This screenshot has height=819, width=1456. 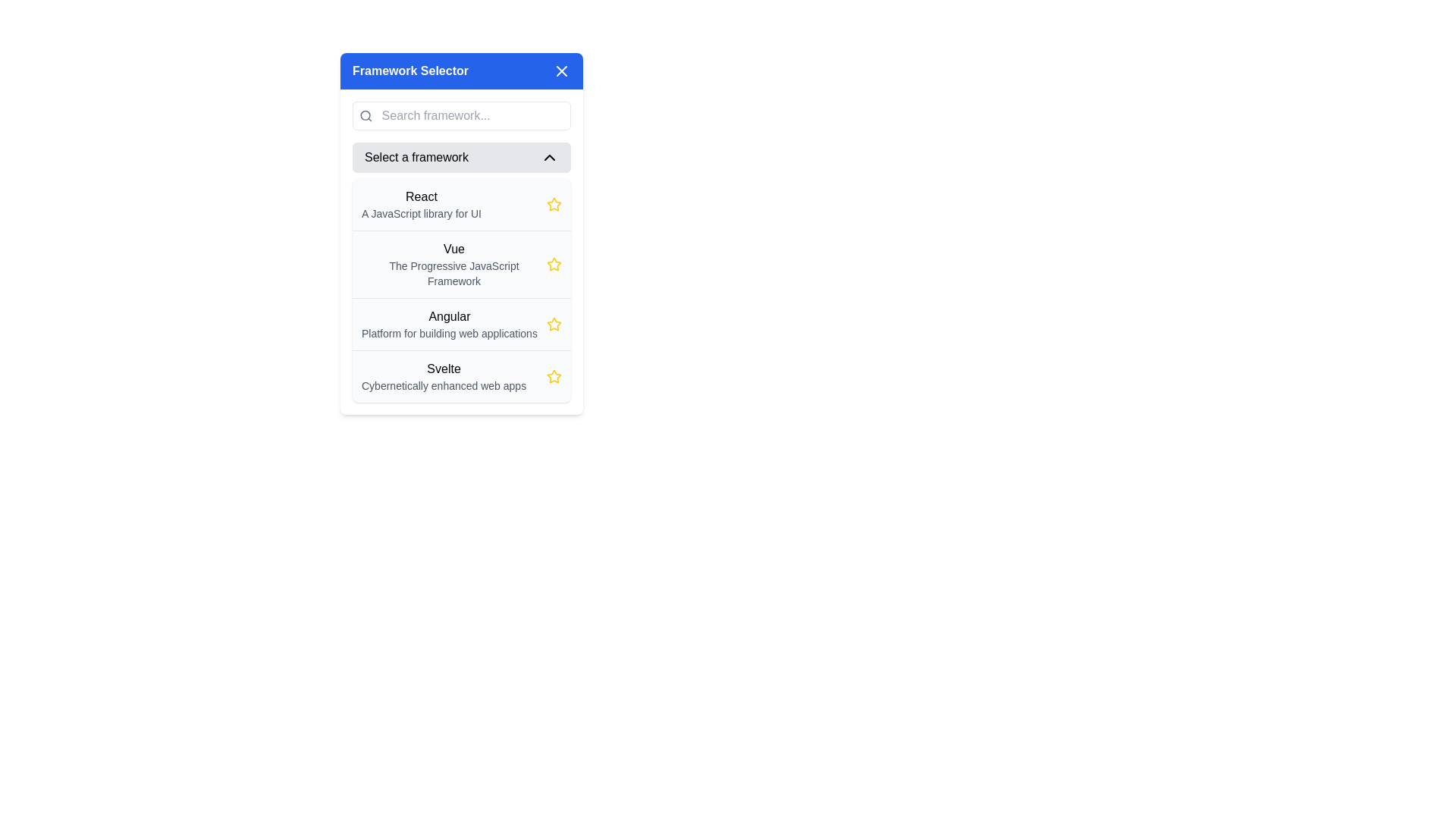 I want to click on the star icon located adjacent, so click(x=553, y=376).